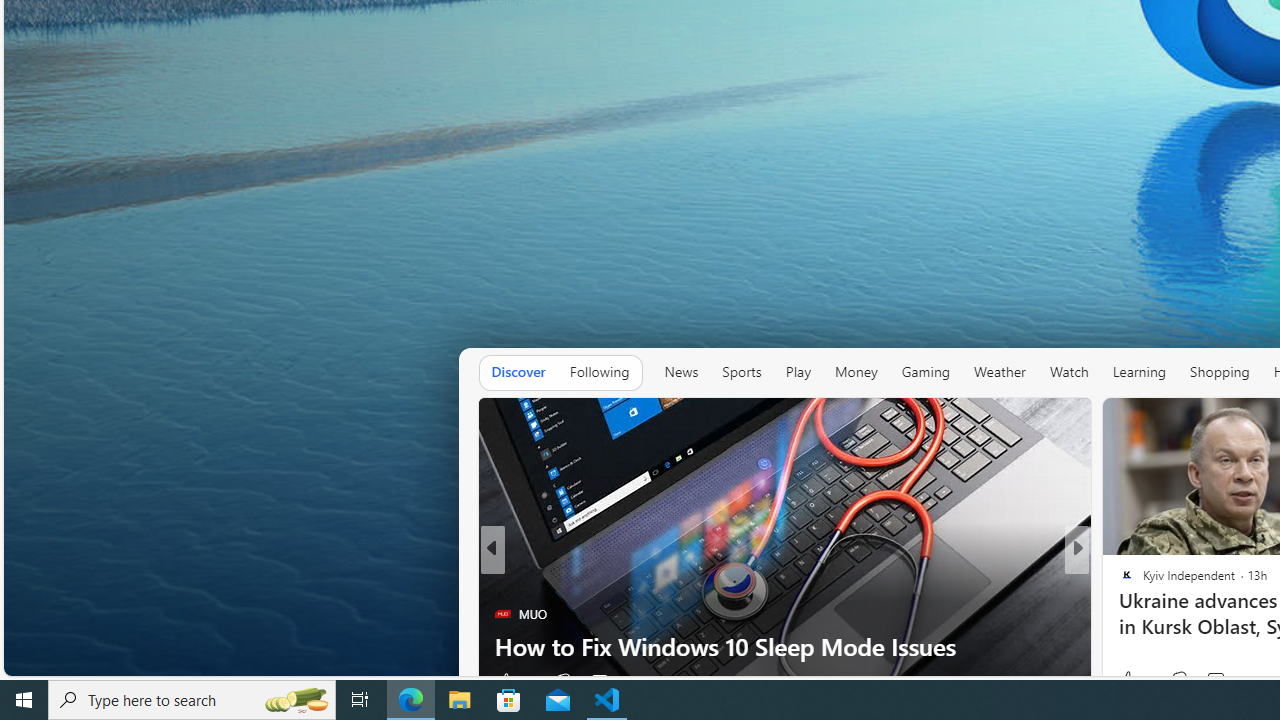 The width and height of the screenshot is (1280, 720). I want to click on 'Sports', so click(740, 371).